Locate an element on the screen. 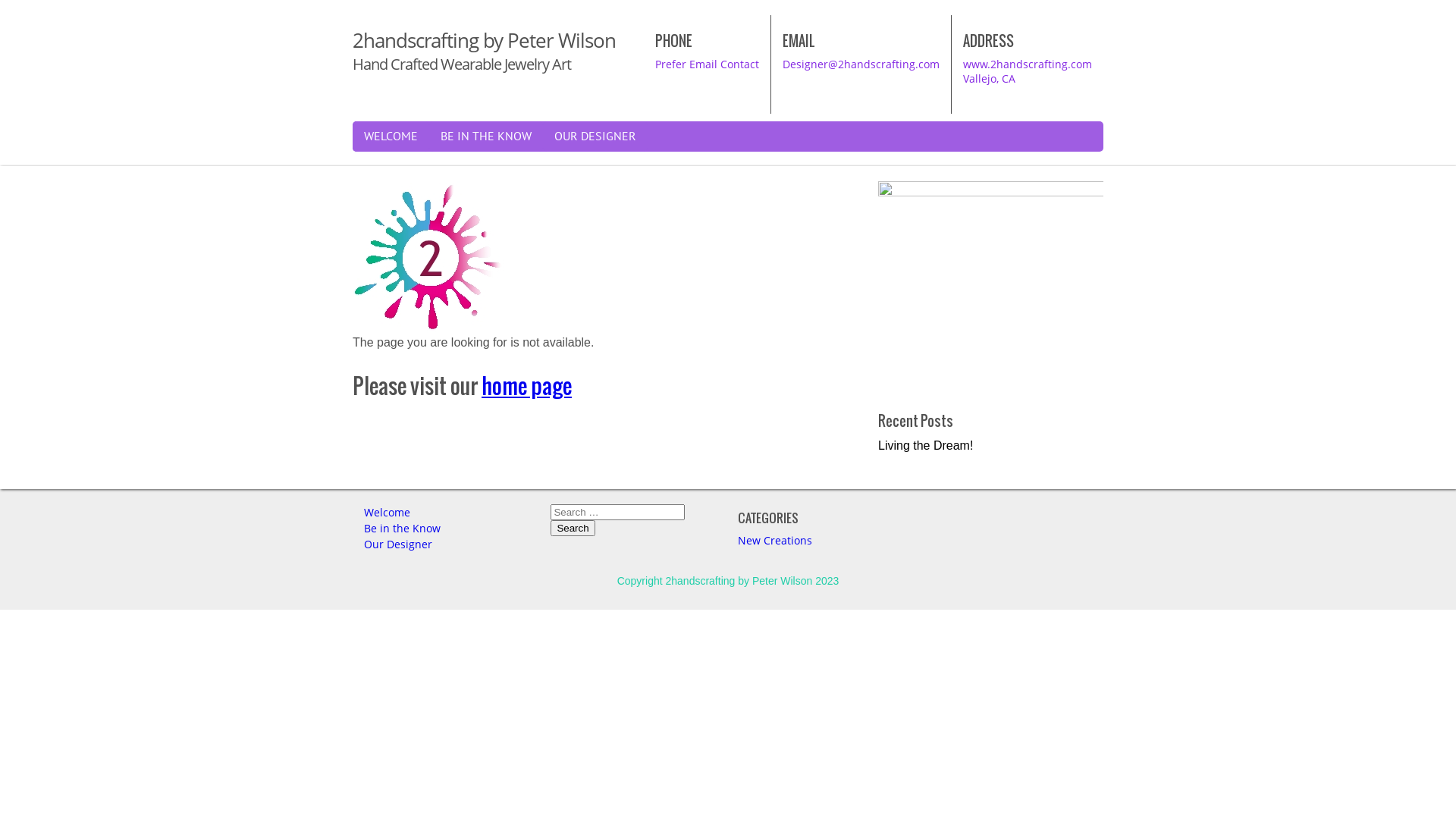 This screenshot has height=819, width=1456. 'BE IN THE KNOW' is located at coordinates (486, 136).